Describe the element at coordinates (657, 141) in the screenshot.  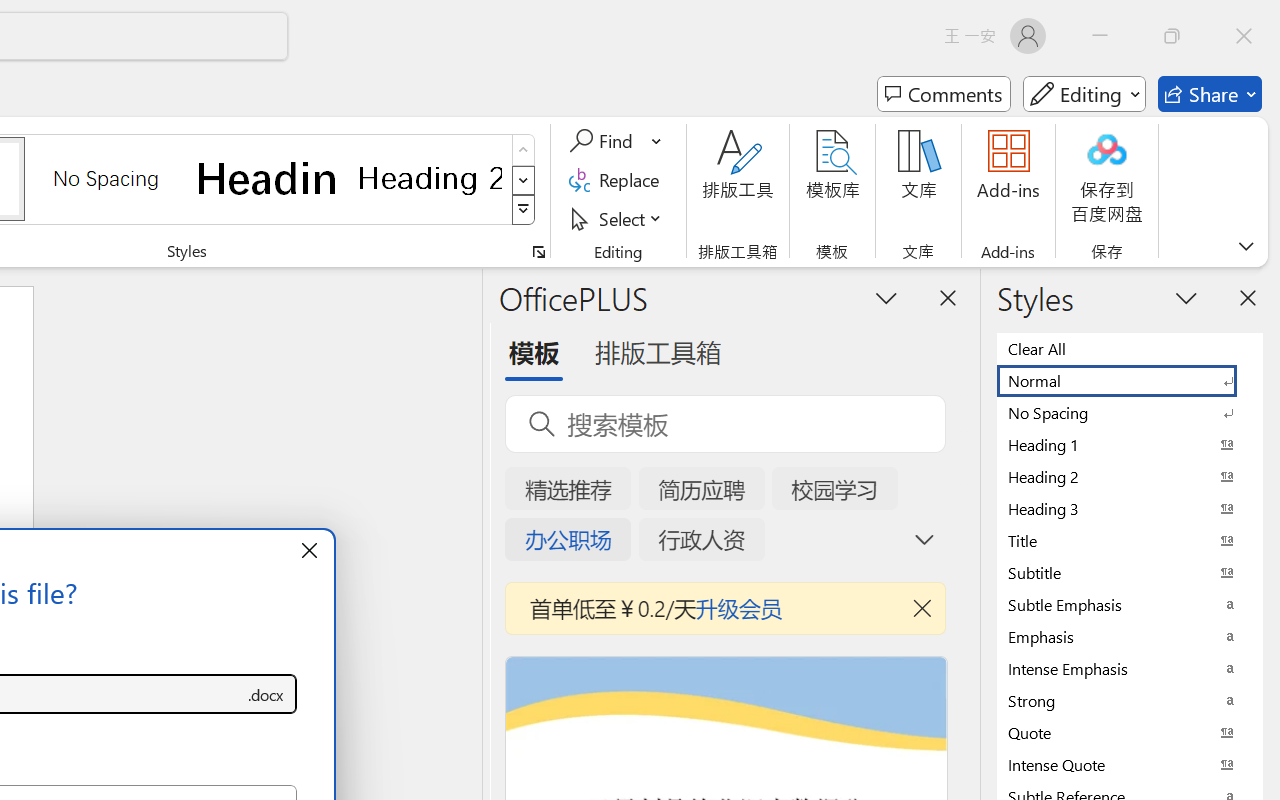
I see `'More Options'` at that location.